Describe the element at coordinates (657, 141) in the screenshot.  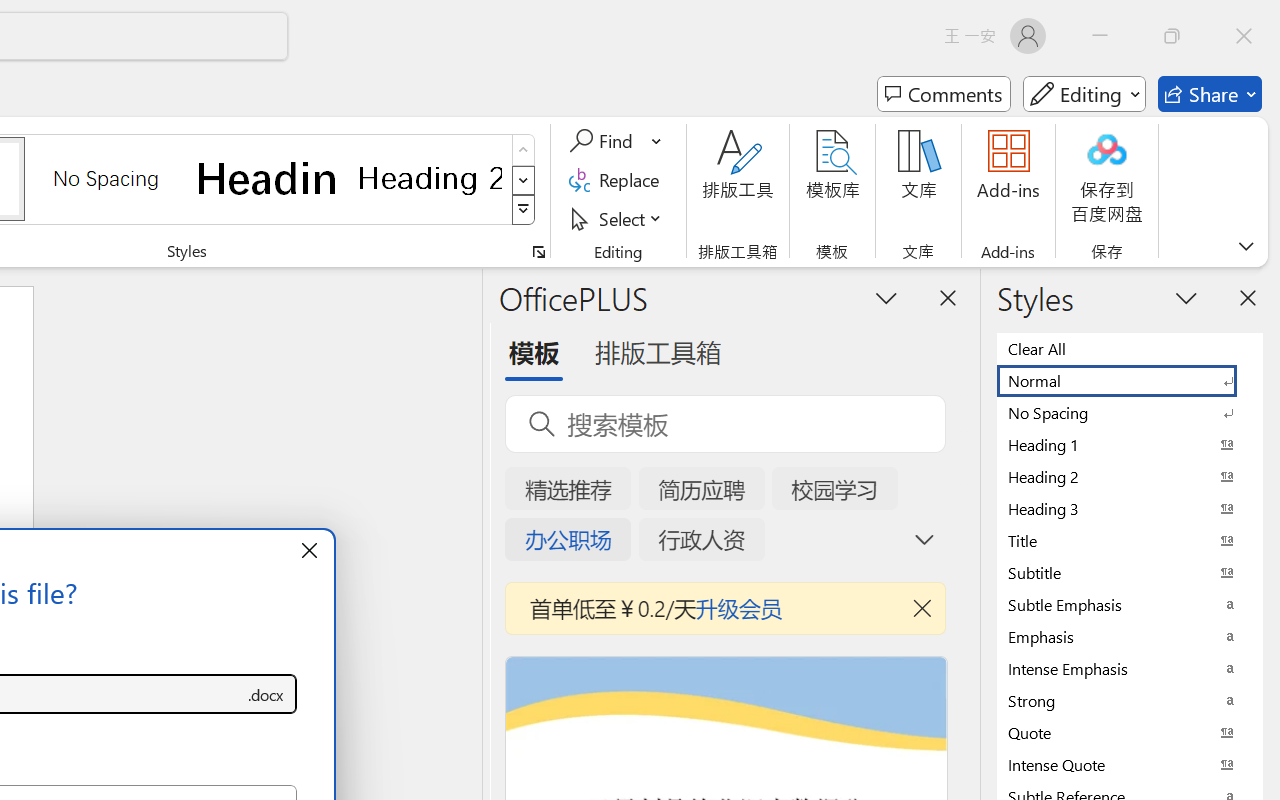
I see `'More Options'` at that location.